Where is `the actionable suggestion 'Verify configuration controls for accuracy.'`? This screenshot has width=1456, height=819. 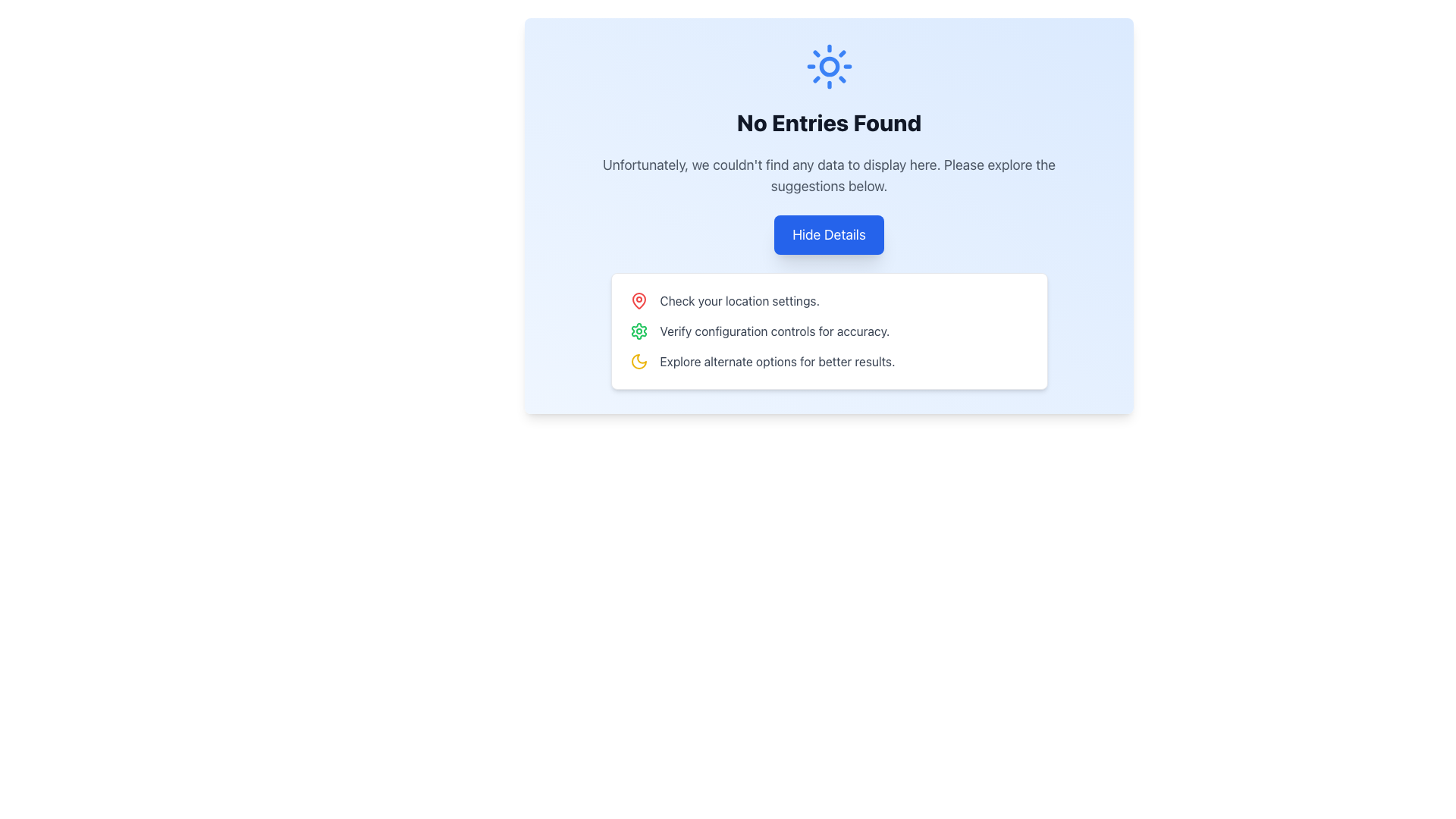 the actionable suggestion 'Verify configuration controls for accuracy.' is located at coordinates (828, 330).